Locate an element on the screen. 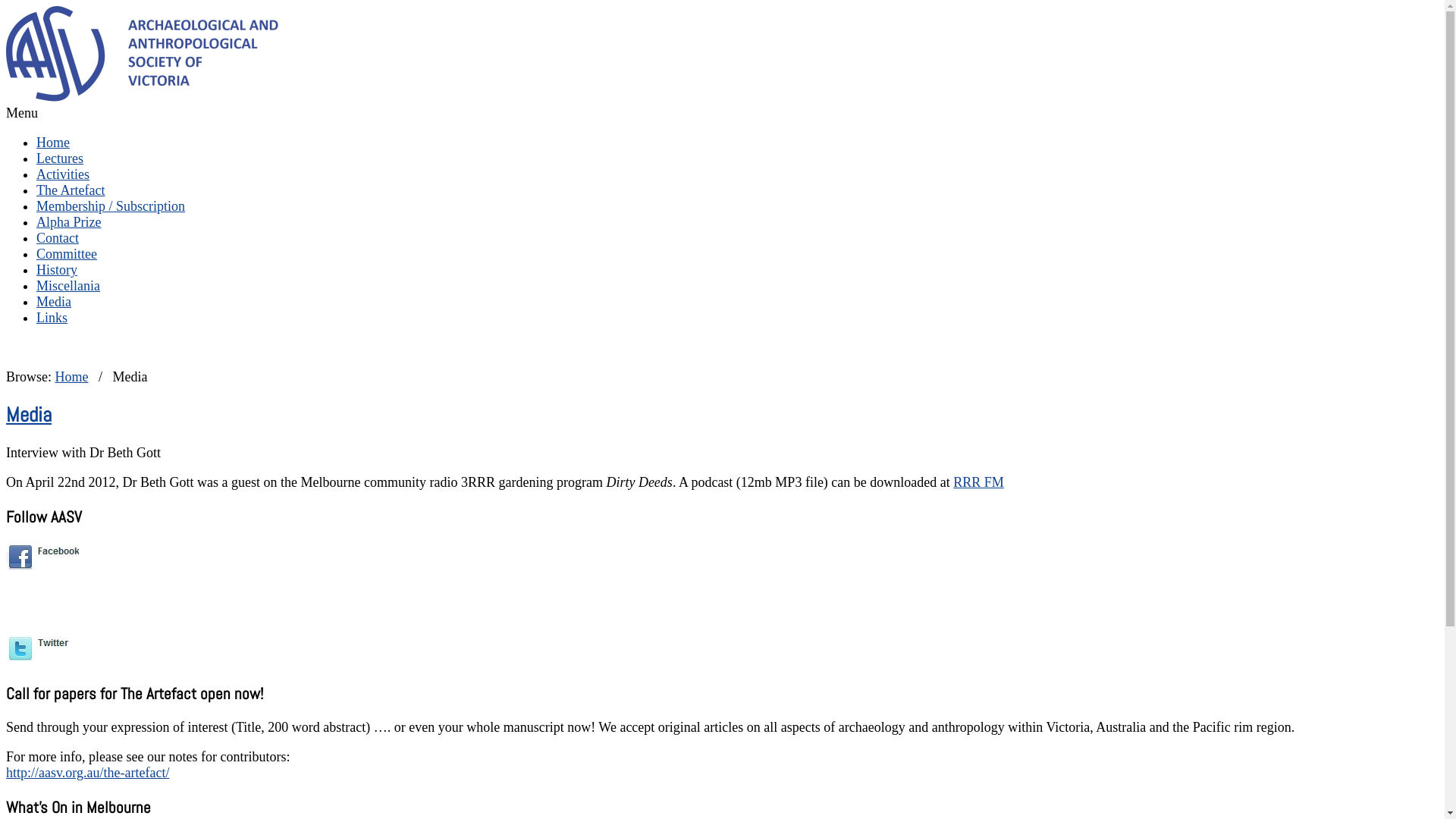 This screenshot has width=1456, height=819. 'RRR FM' is located at coordinates (952, 482).